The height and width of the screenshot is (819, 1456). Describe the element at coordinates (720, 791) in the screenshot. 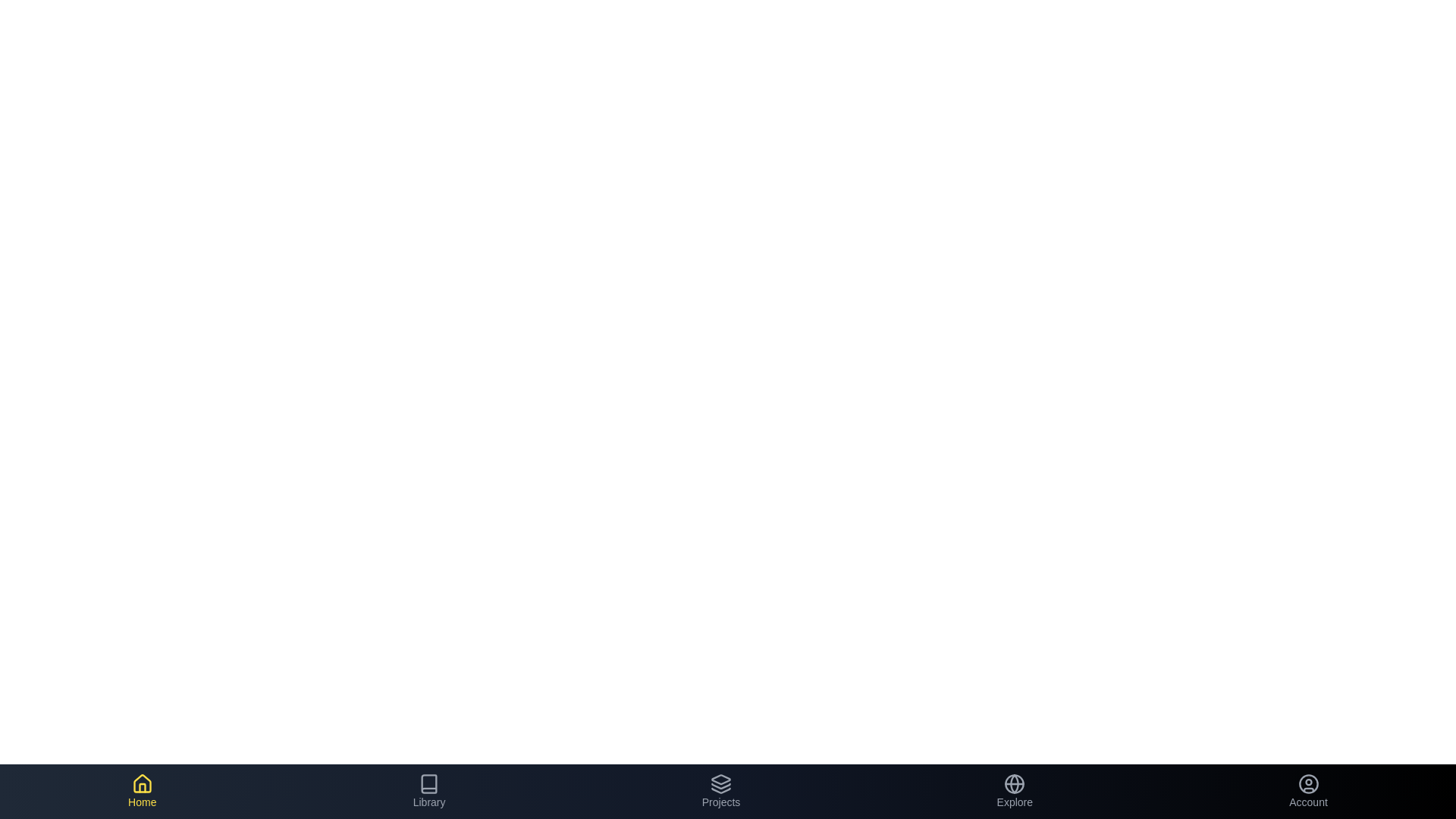

I see `the Projects tab to see the hover effect` at that location.